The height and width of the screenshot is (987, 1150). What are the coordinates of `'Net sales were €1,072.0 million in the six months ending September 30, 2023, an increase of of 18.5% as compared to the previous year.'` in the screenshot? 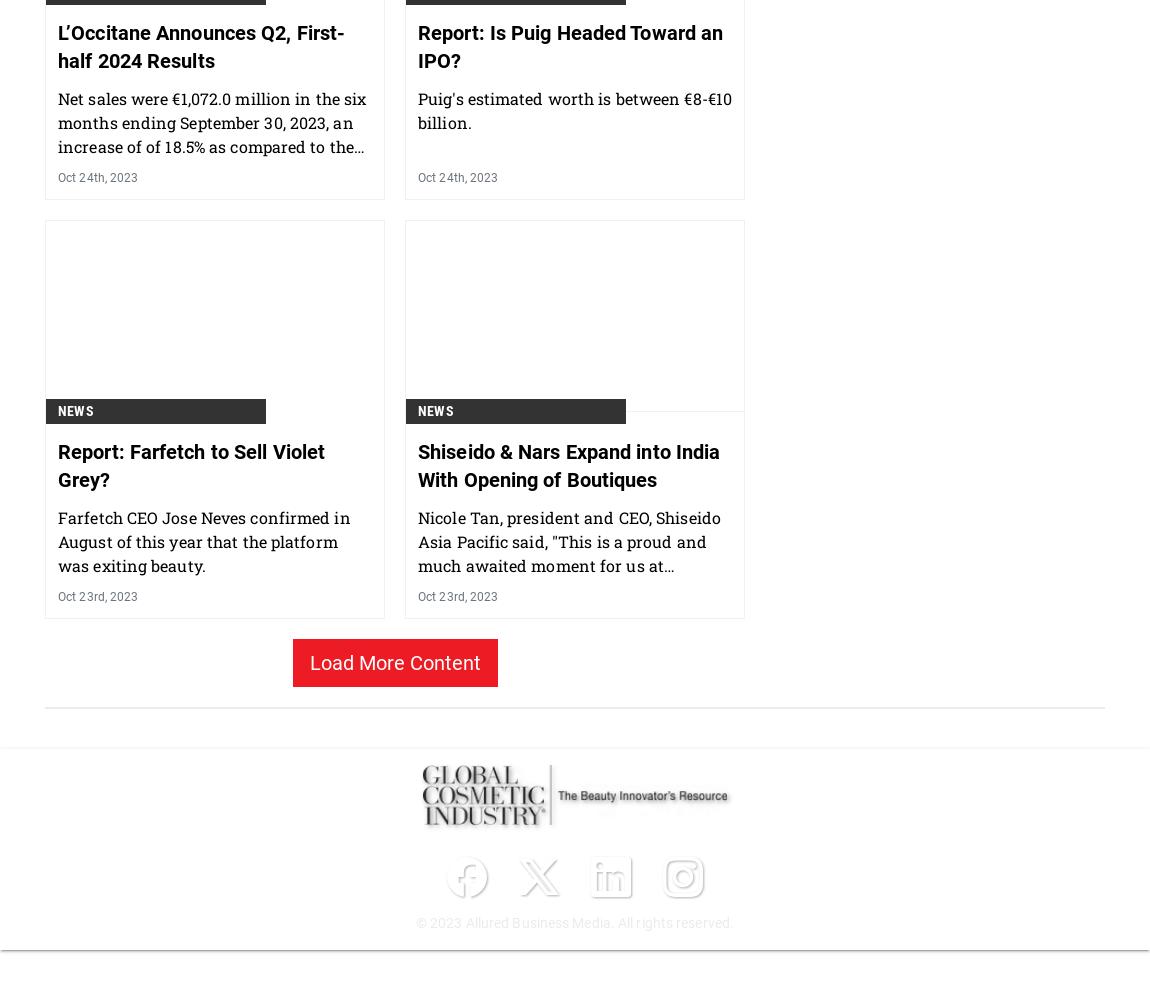 It's located at (210, 239).